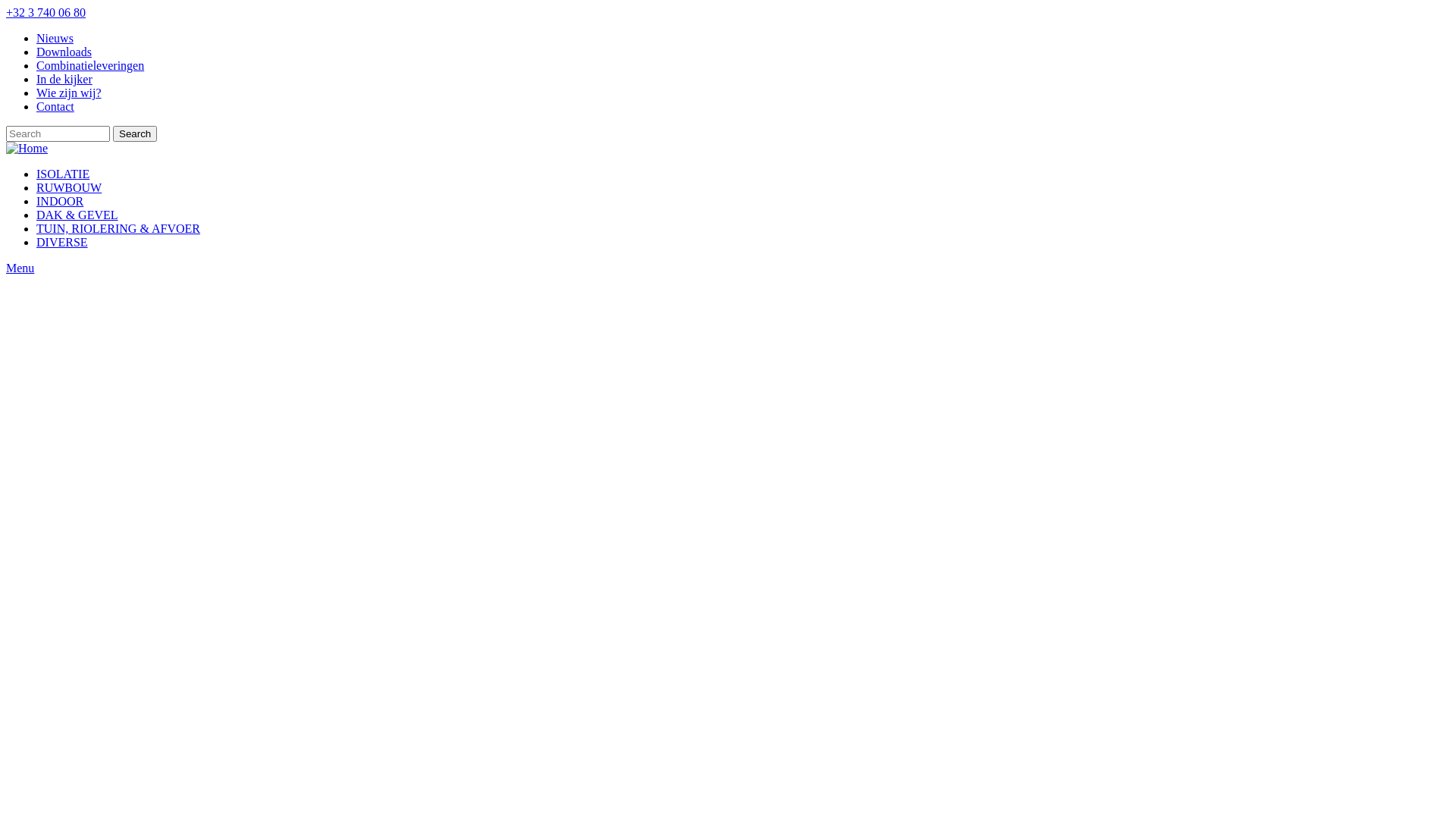  What do you see at coordinates (118, 228) in the screenshot?
I see `'TUIN, RIOLERING & AFVOER'` at bounding box center [118, 228].